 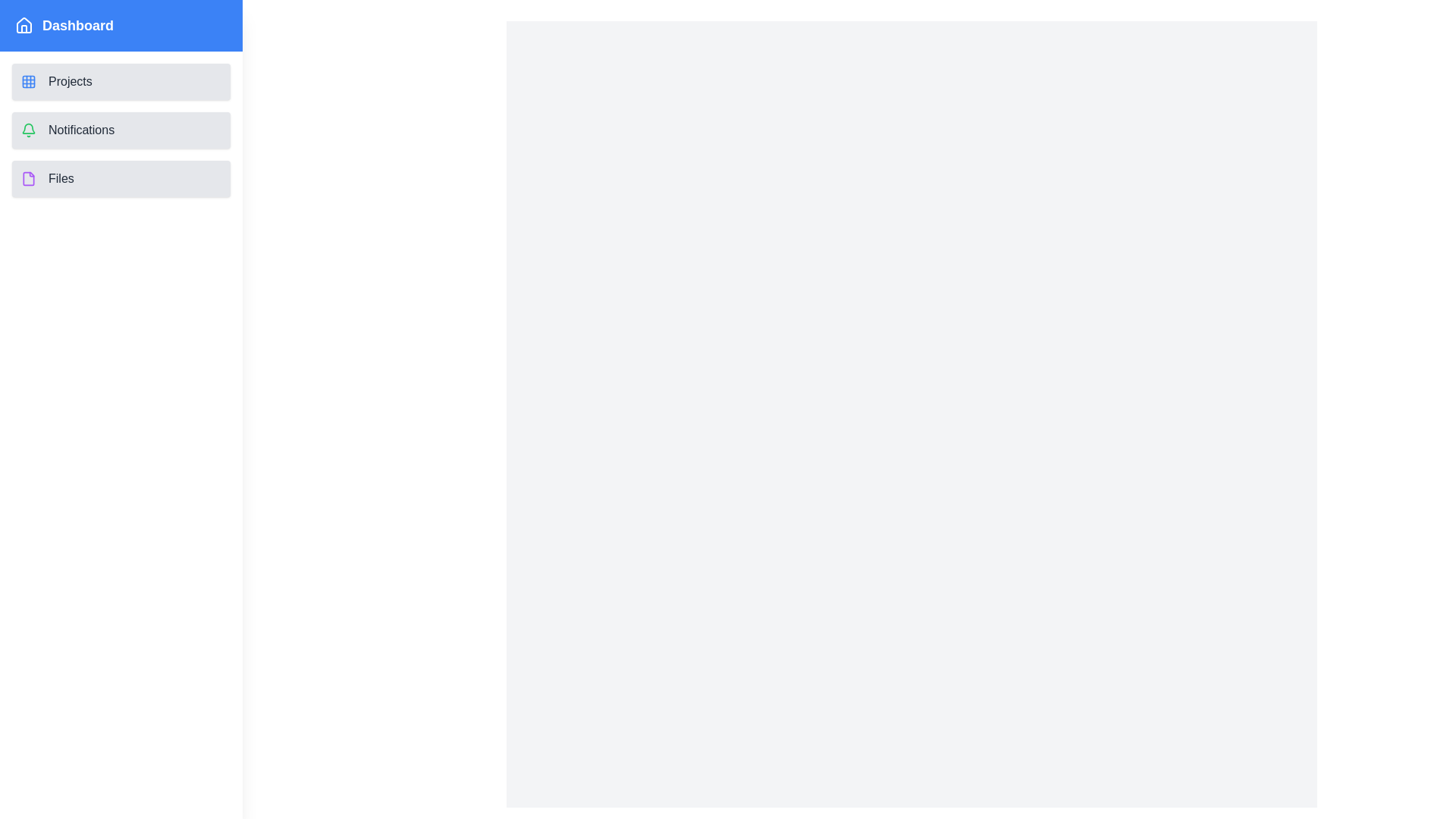 I want to click on the menu item Notifications in the drawer menu, so click(x=120, y=130).